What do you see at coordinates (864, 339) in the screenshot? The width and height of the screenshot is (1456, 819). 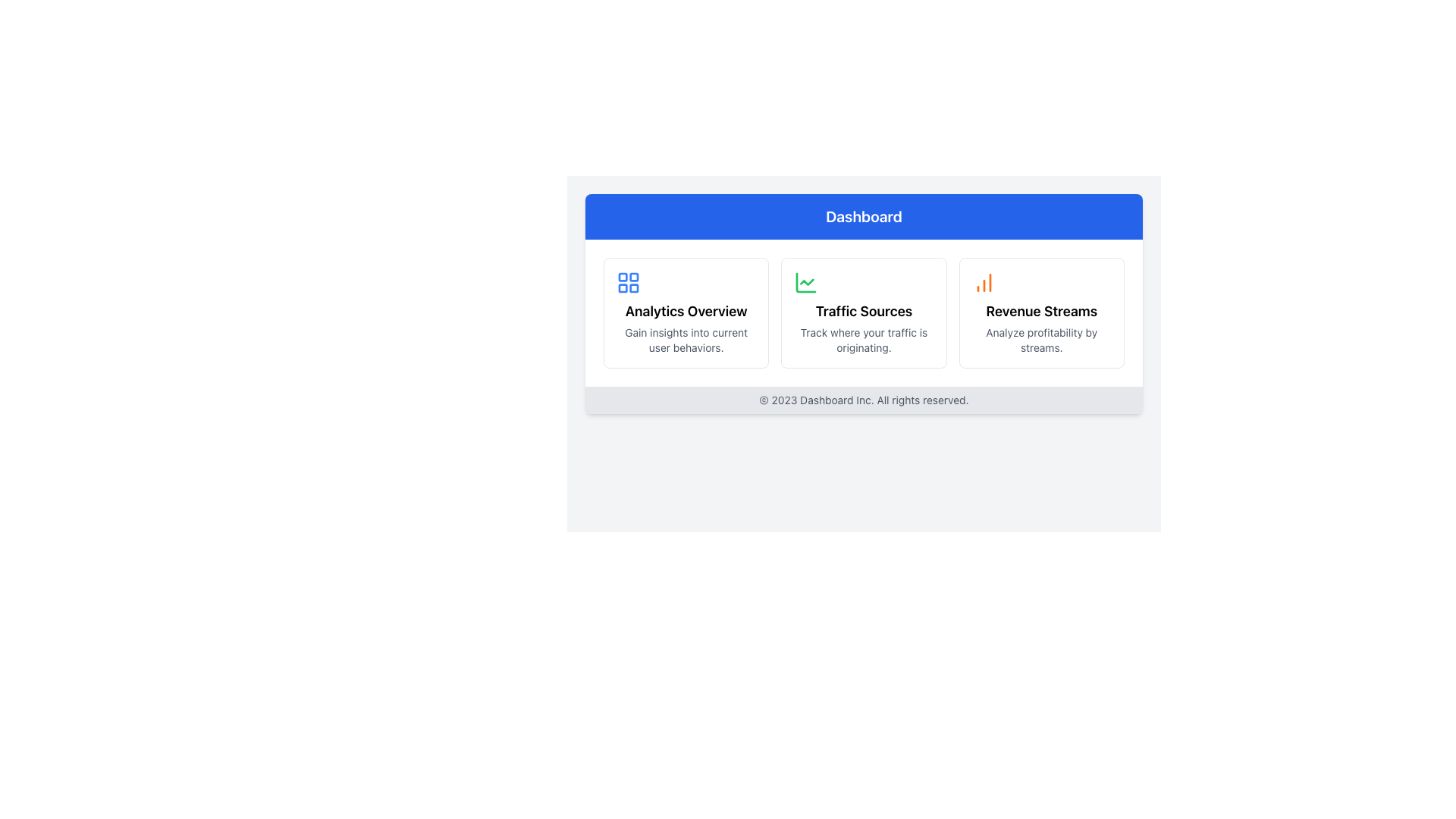 I see `the Static Text element that provides descriptive information about the 'Traffic Sources' feature, located below the 'Traffic Sources' heading in the second column of a three-column layout` at bounding box center [864, 339].